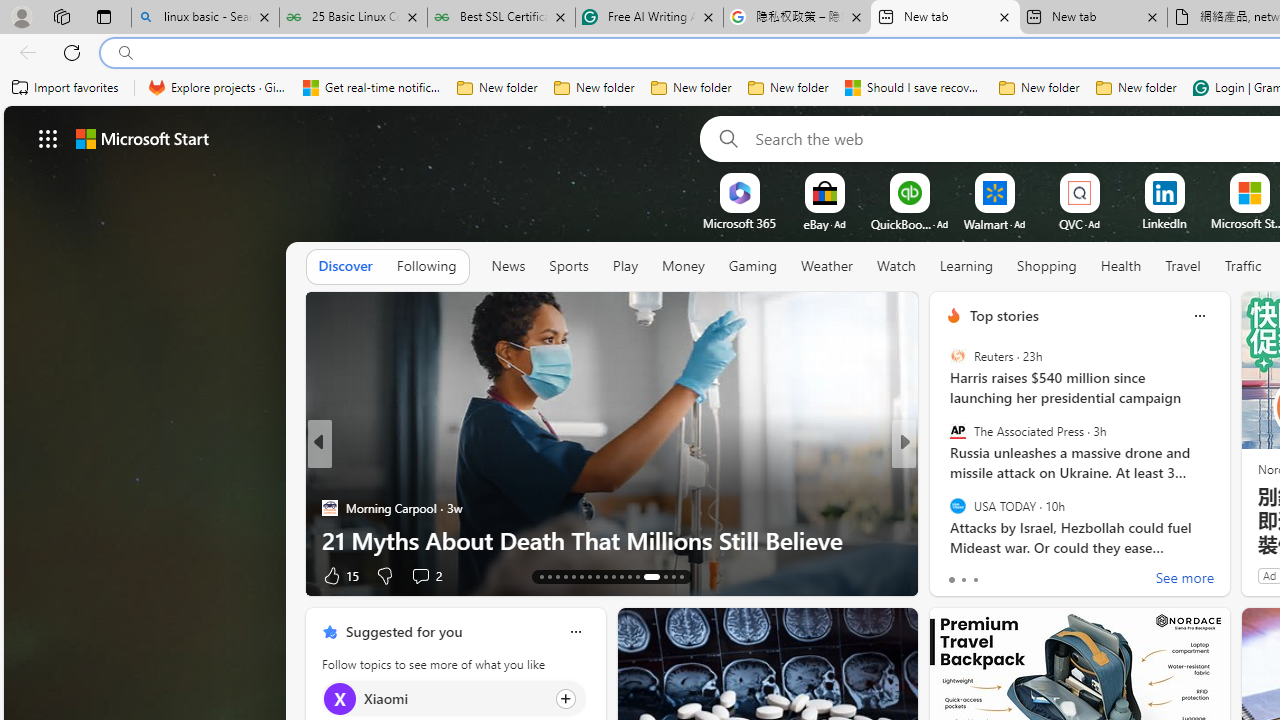 The width and height of the screenshot is (1280, 720). I want to click on 'AutomationID: tab-20', so click(596, 577).